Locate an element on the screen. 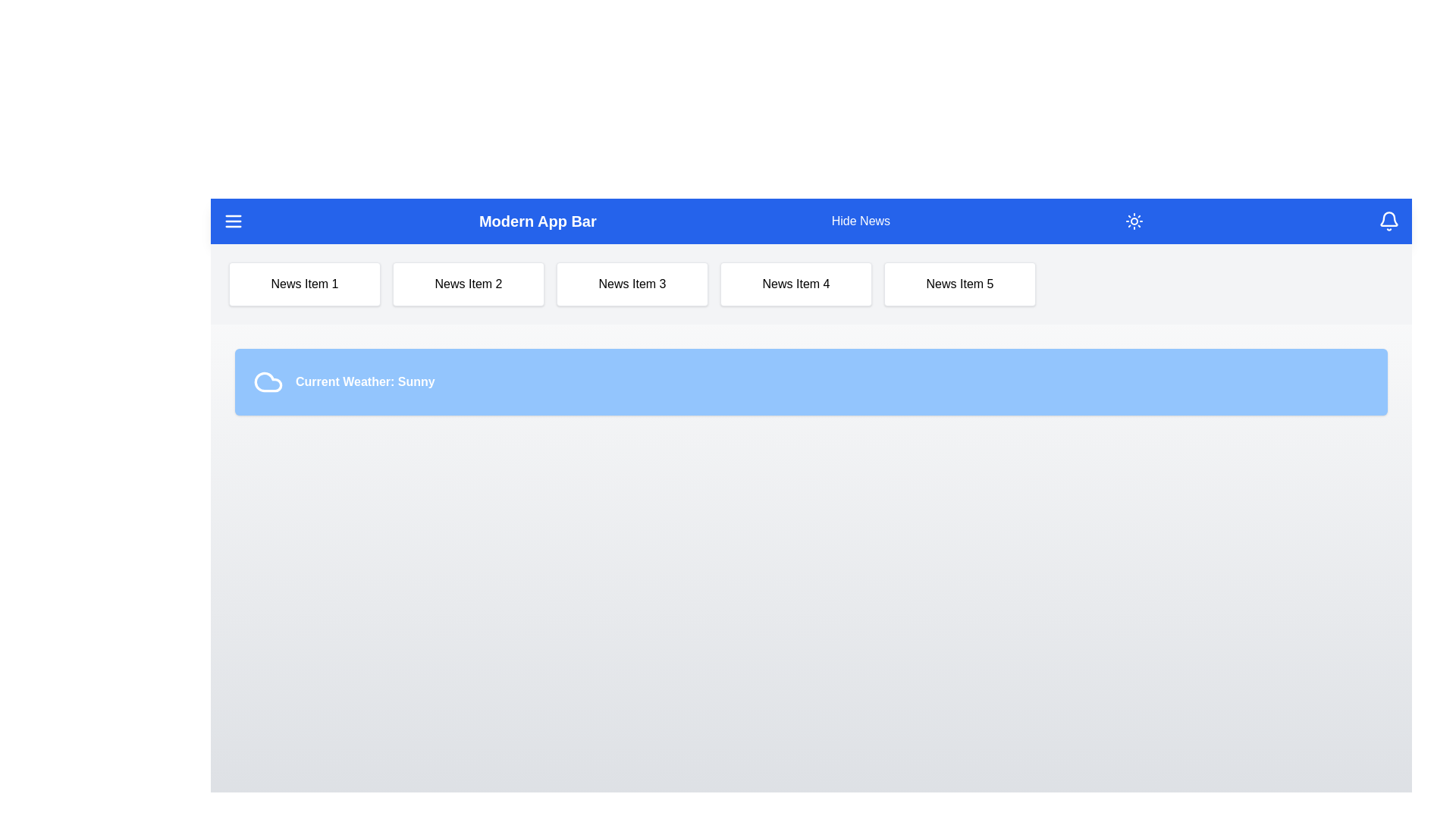 The image size is (1456, 819). the 'Hide News' button to toggle the visibility of the news panel is located at coordinates (860, 221).